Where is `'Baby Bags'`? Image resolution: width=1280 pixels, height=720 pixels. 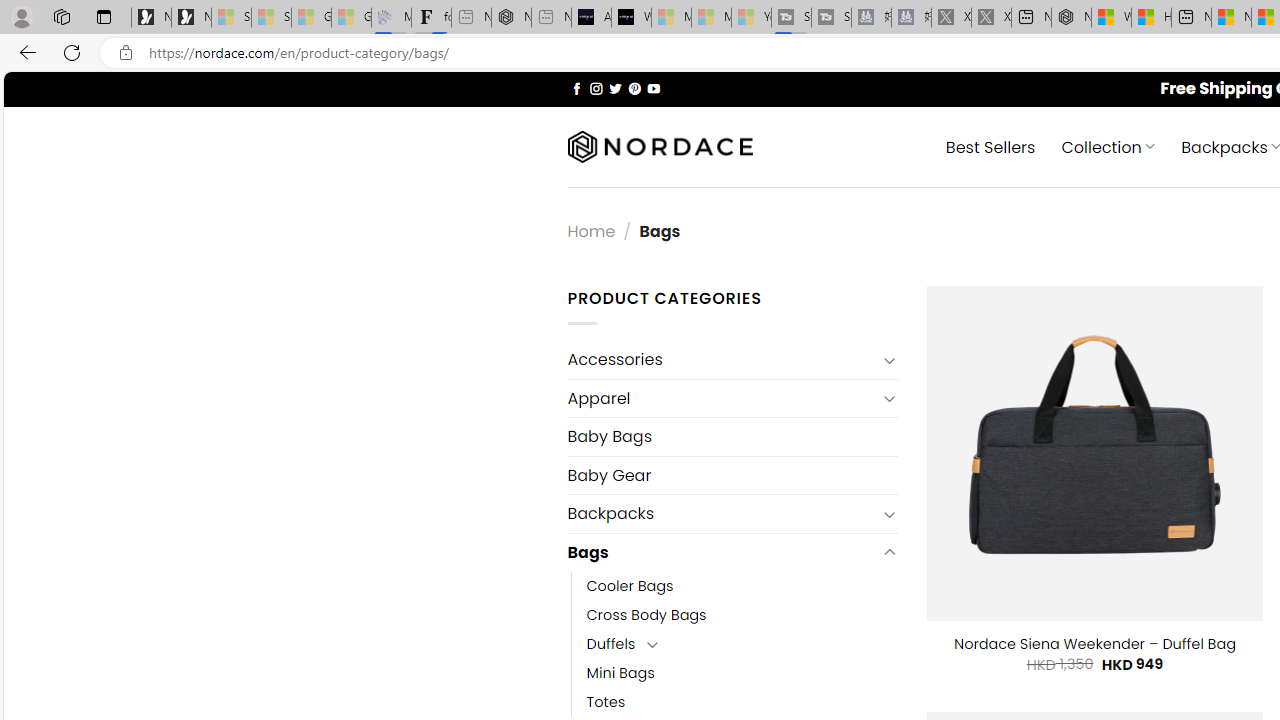
'Baby Bags' is located at coordinates (731, 436).